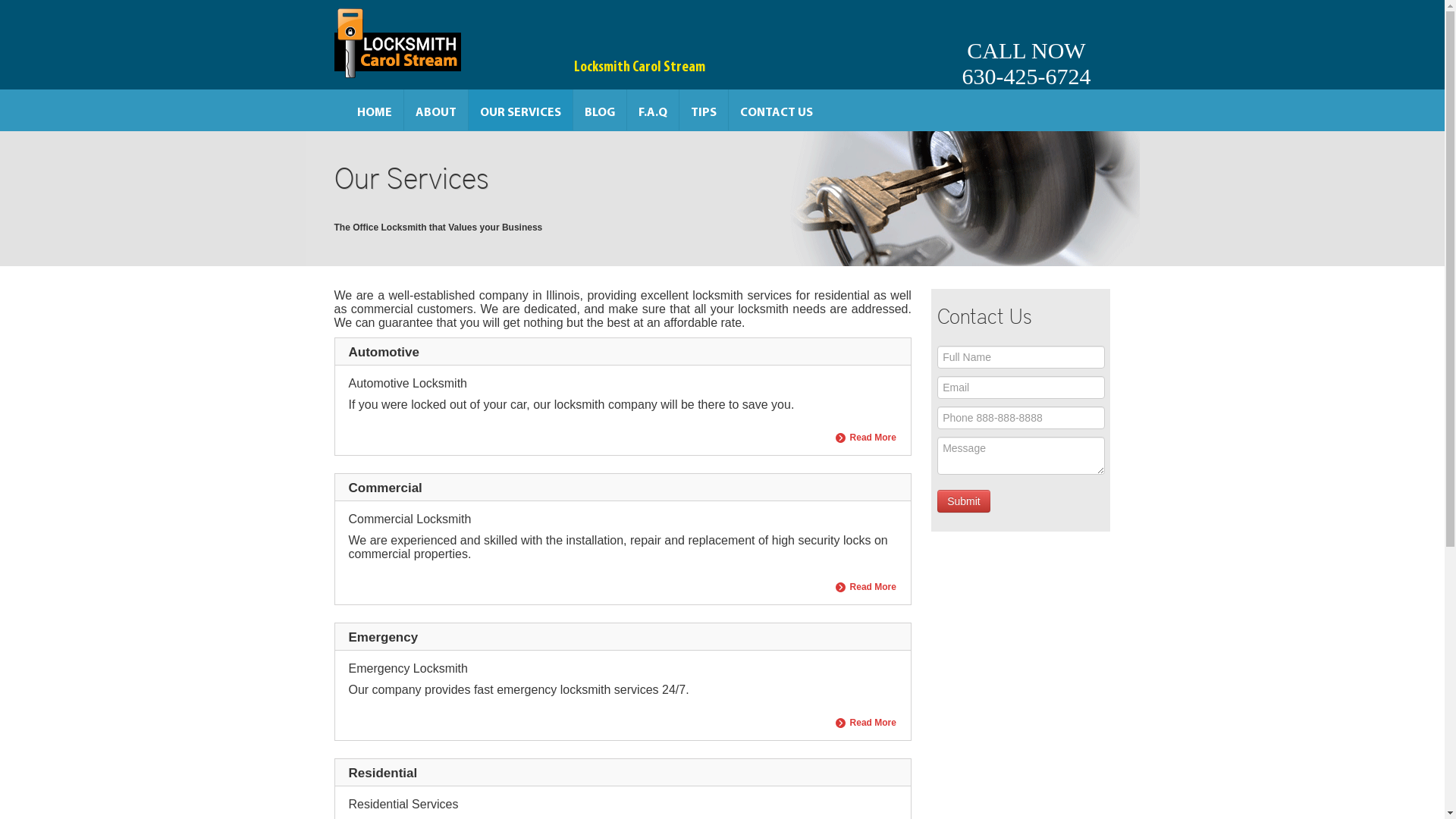 This screenshot has width=1456, height=819. I want to click on 'ABOUT', so click(435, 109).